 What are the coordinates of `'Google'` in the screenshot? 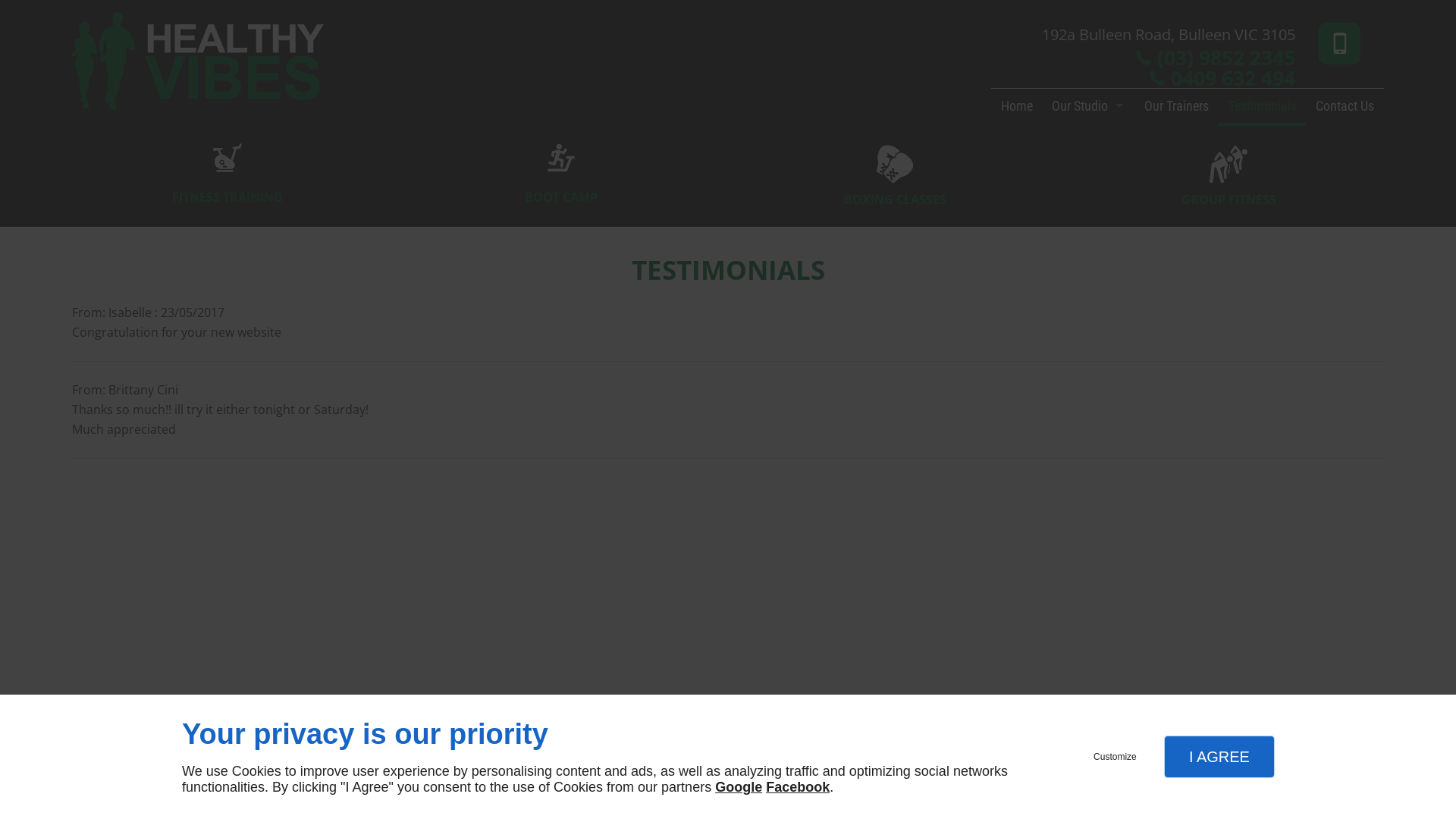 It's located at (739, 786).